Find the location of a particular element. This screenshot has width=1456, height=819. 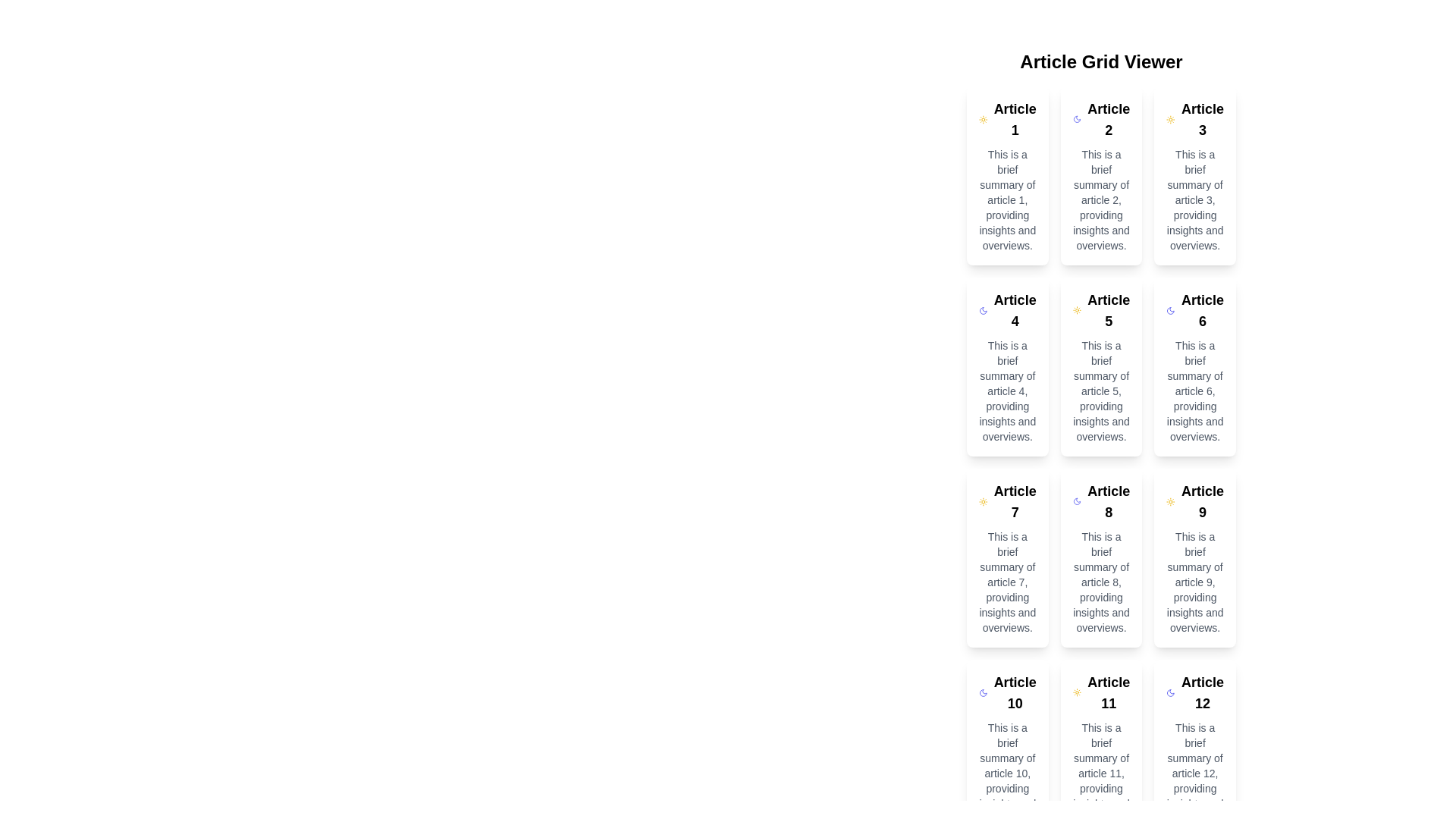

the Text label in the fifth card indicating 'Article 5', located in the second row and second column, just beneath a sun icon is located at coordinates (1109, 309).